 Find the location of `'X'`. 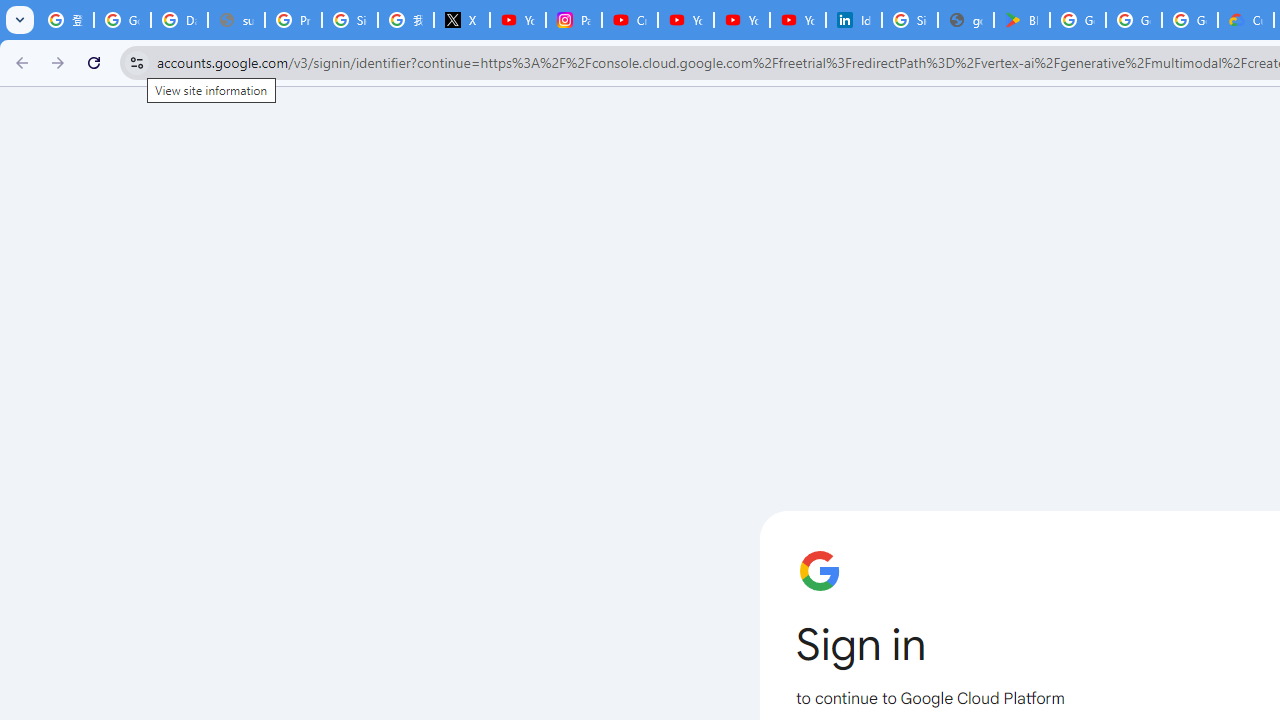

'X' is located at coordinates (461, 20).